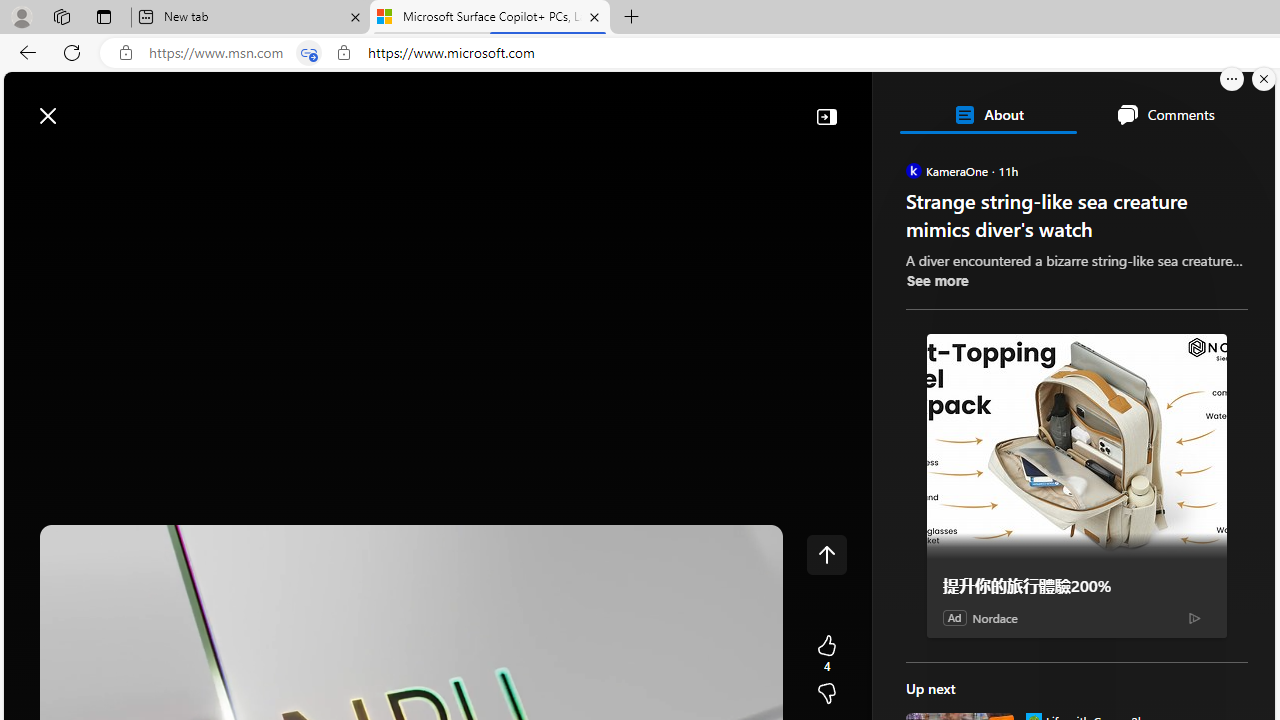 The height and width of the screenshot is (720, 1280). What do you see at coordinates (987, 114) in the screenshot?
I see `'About'` at bounding box center [987, 114].